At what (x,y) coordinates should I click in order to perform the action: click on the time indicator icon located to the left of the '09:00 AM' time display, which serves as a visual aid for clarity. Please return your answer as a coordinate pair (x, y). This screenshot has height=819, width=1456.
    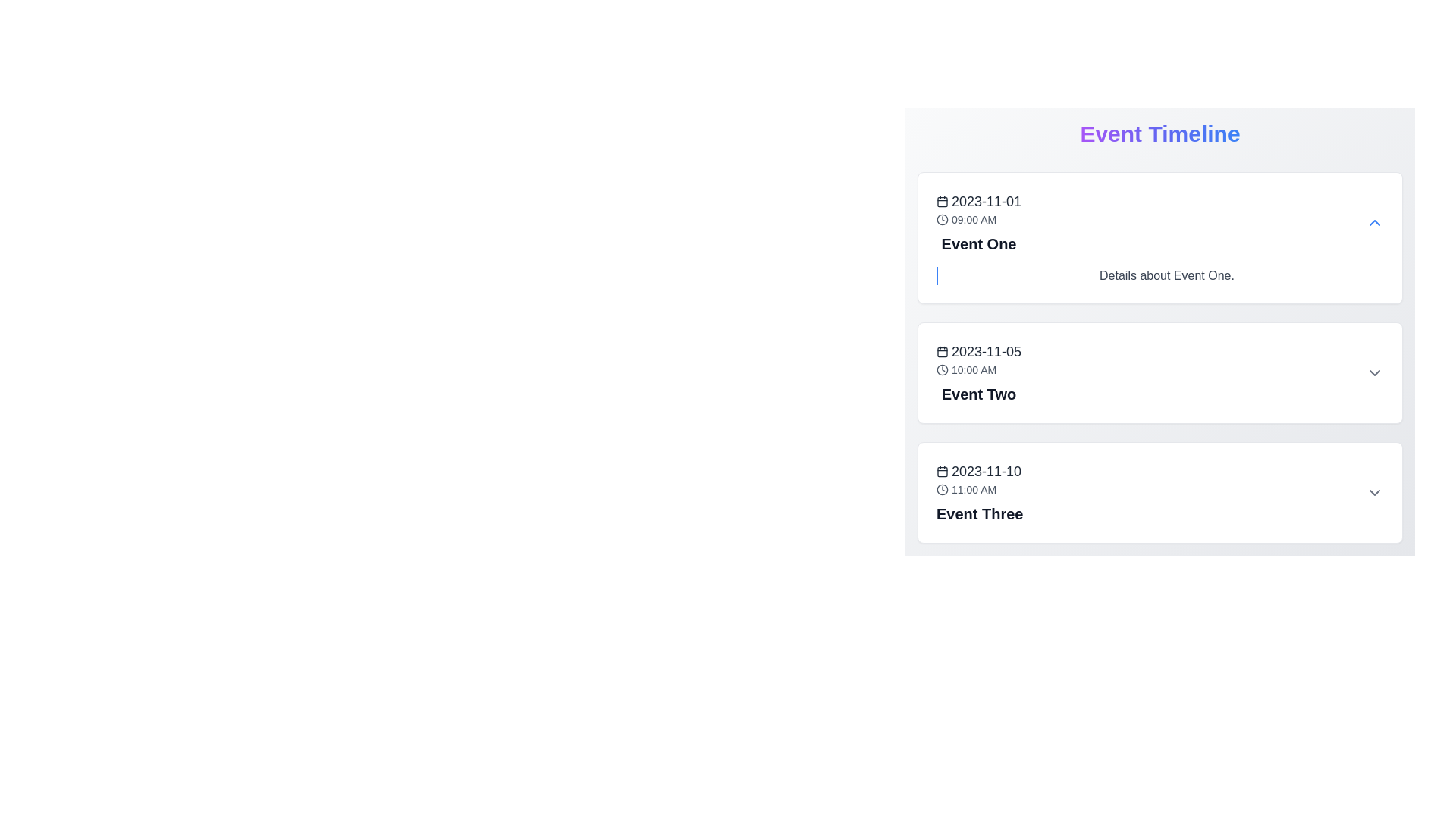
    Looking at the image, I should click on (942, 219).